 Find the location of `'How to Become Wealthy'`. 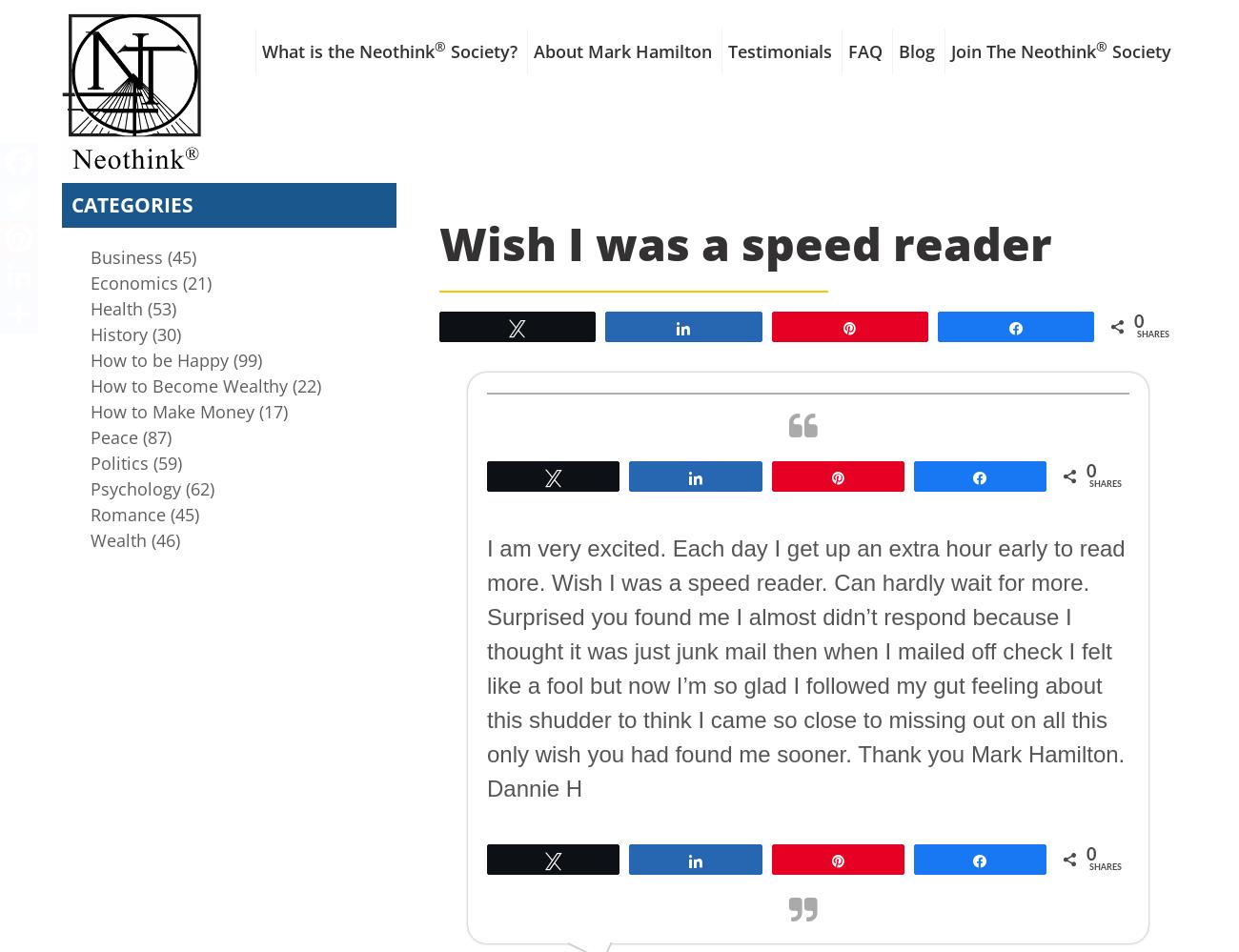

'How to Become Wealthy' is located at coordinates (91, 384).